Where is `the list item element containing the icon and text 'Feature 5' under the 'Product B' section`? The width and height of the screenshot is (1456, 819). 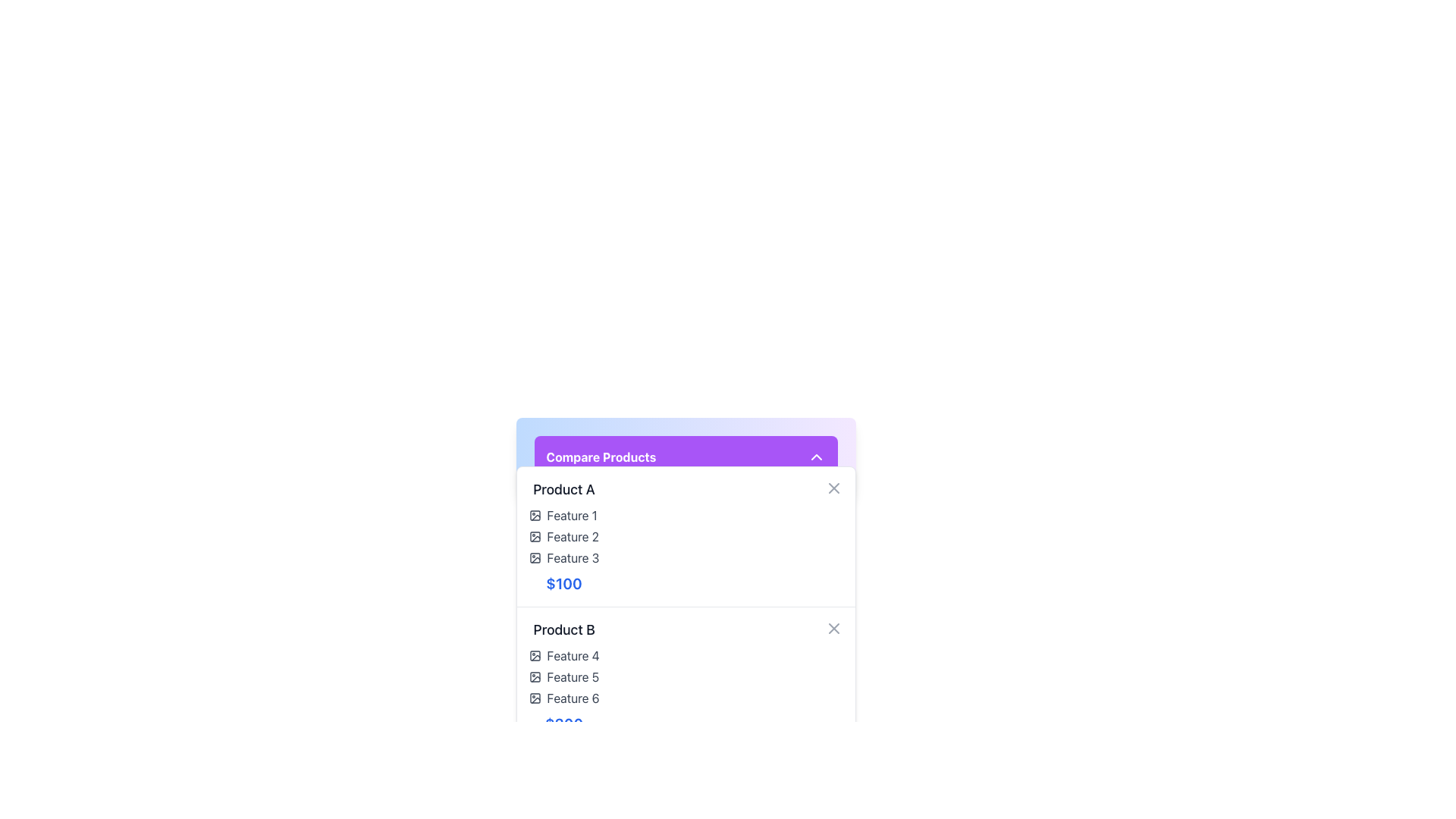
the list item element containing the icon and text 'Feature 5' under the 'Product B' section is located at coordinates (563, 676).